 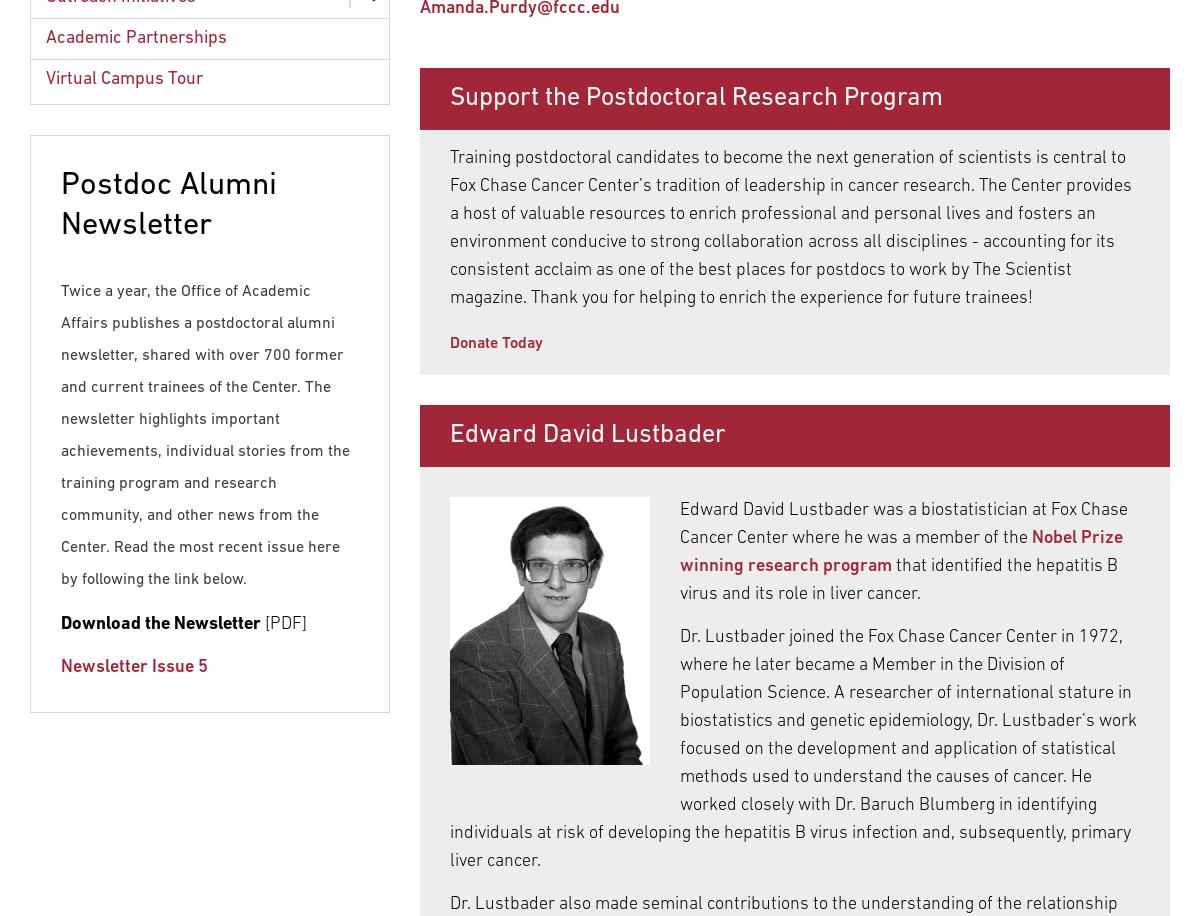 I want to click on 'The Scientist', so click(x=1022, y=269).